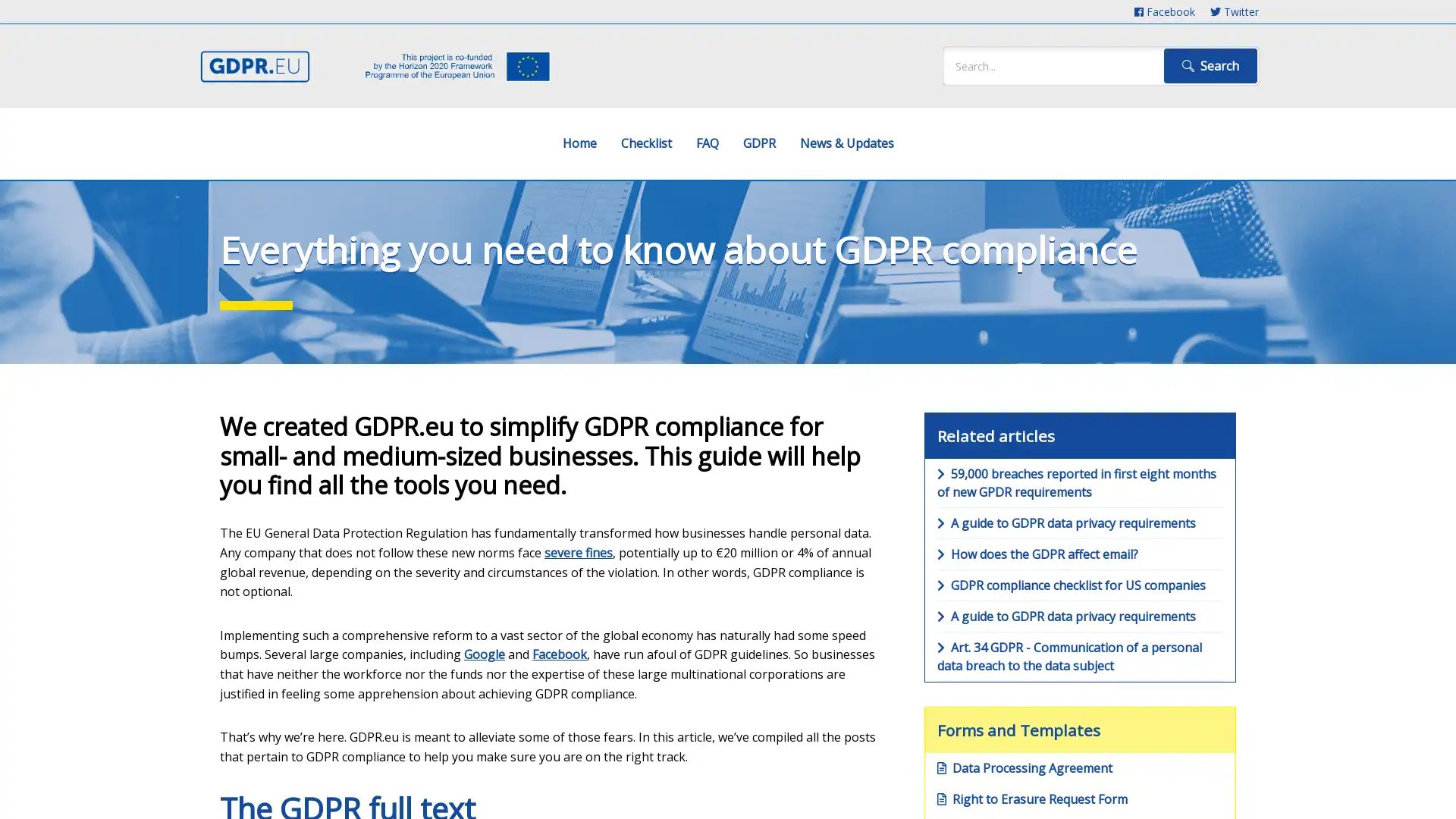 The image size is (1456, 819). Describe the element at coordinates (1210, 65) in the screenshot. I see `Search` at that location.